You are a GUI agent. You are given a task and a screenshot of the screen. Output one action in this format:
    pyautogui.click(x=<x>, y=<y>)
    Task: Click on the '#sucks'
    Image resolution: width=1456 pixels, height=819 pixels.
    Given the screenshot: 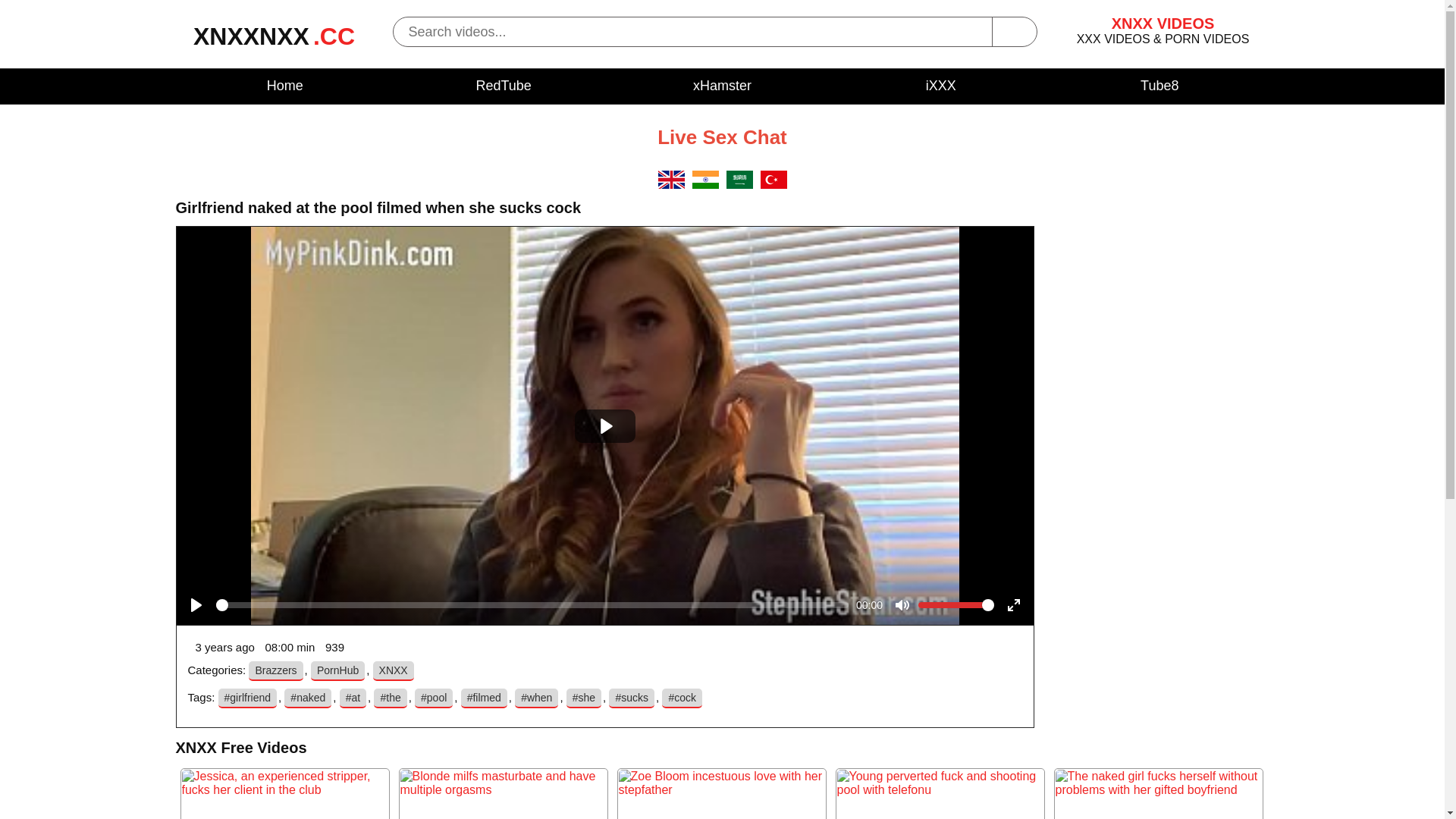 What is the action you would take?
    pyautogui.click(x=632, y=698)
    